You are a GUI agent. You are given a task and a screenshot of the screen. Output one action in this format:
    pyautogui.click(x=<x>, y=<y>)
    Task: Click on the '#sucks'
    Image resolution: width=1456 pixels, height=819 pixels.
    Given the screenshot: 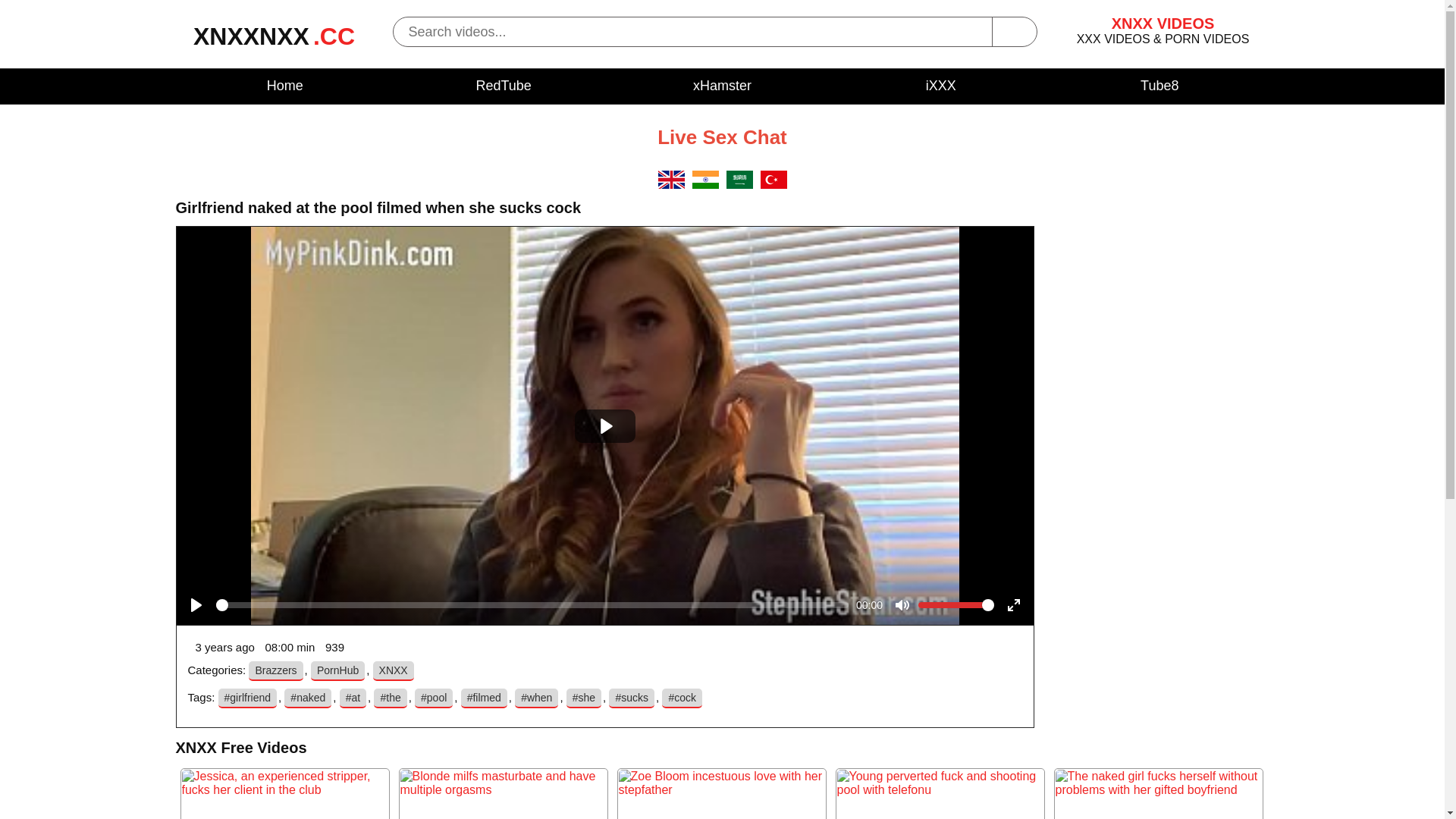 What is the action you would take?
    pyautogui.click(x=632, y=698)
    